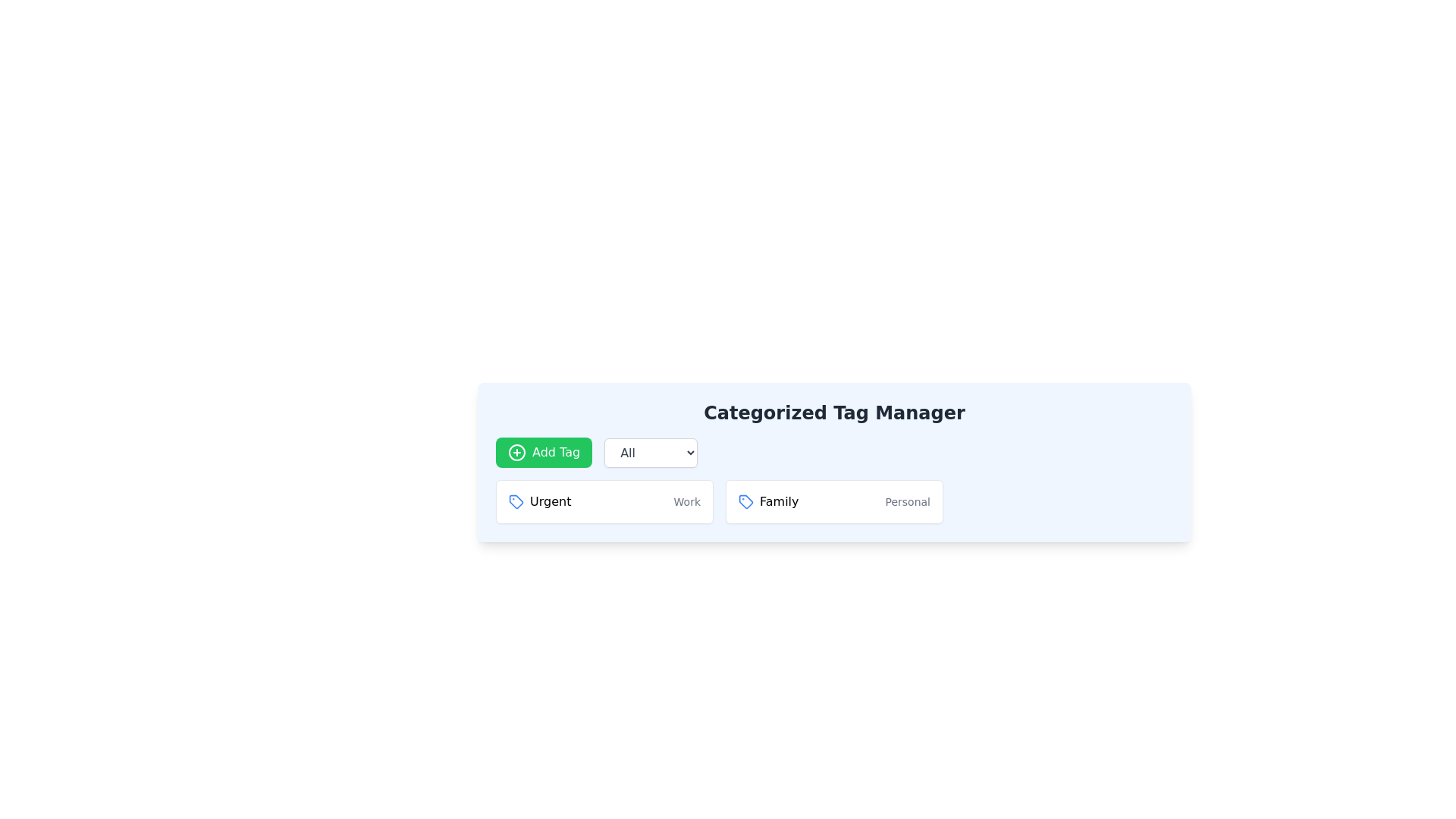 The width and height of the screenshot is (1456, 819). I want to click on the 'Urgent' label, so click(540, 502).